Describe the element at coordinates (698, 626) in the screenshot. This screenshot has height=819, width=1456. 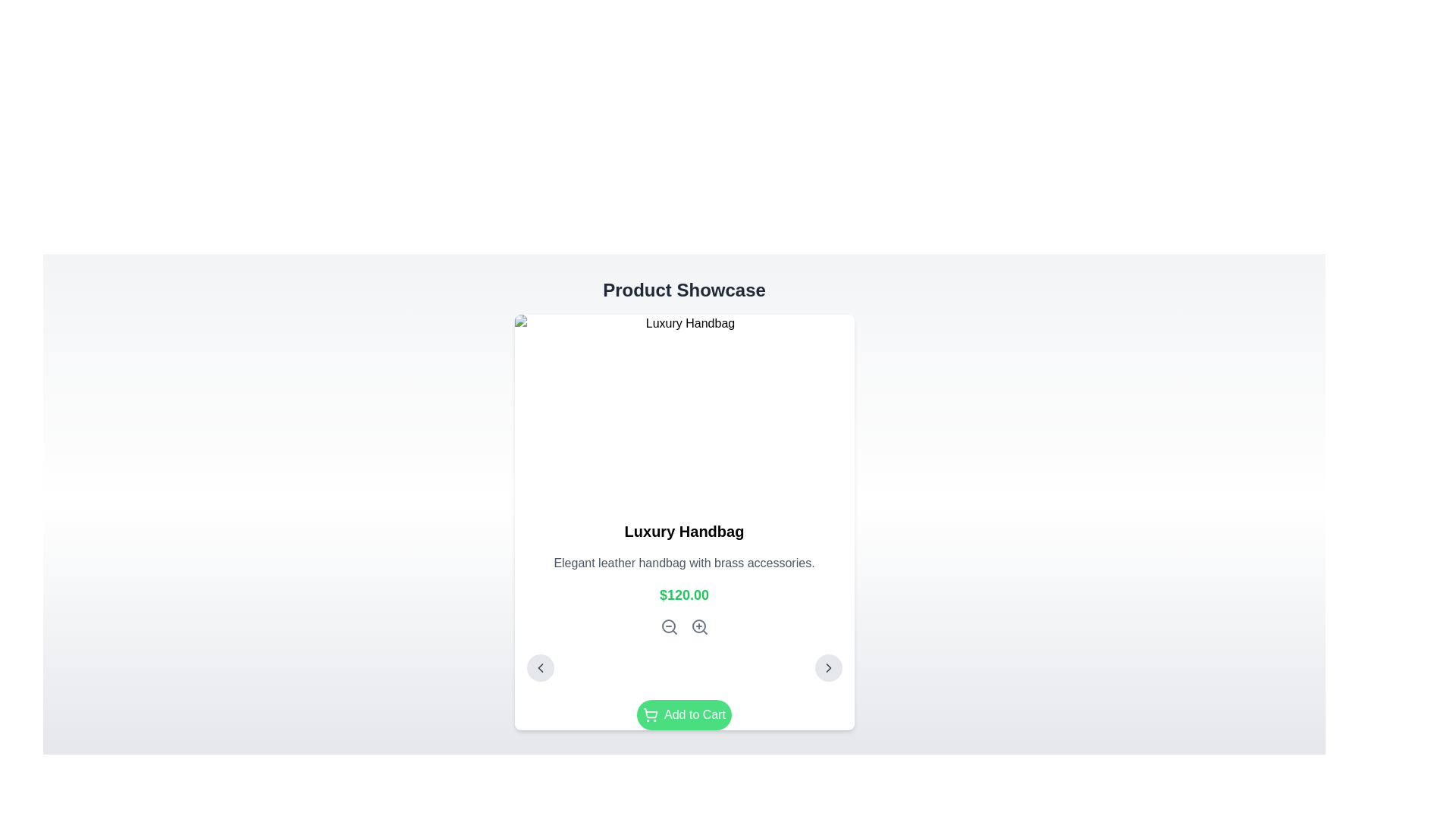
I see `the zoom-in button located to the right of the zoom-out icon, below the product description and above the 'Add to Cart' button for further keyboard interaction` at that location.